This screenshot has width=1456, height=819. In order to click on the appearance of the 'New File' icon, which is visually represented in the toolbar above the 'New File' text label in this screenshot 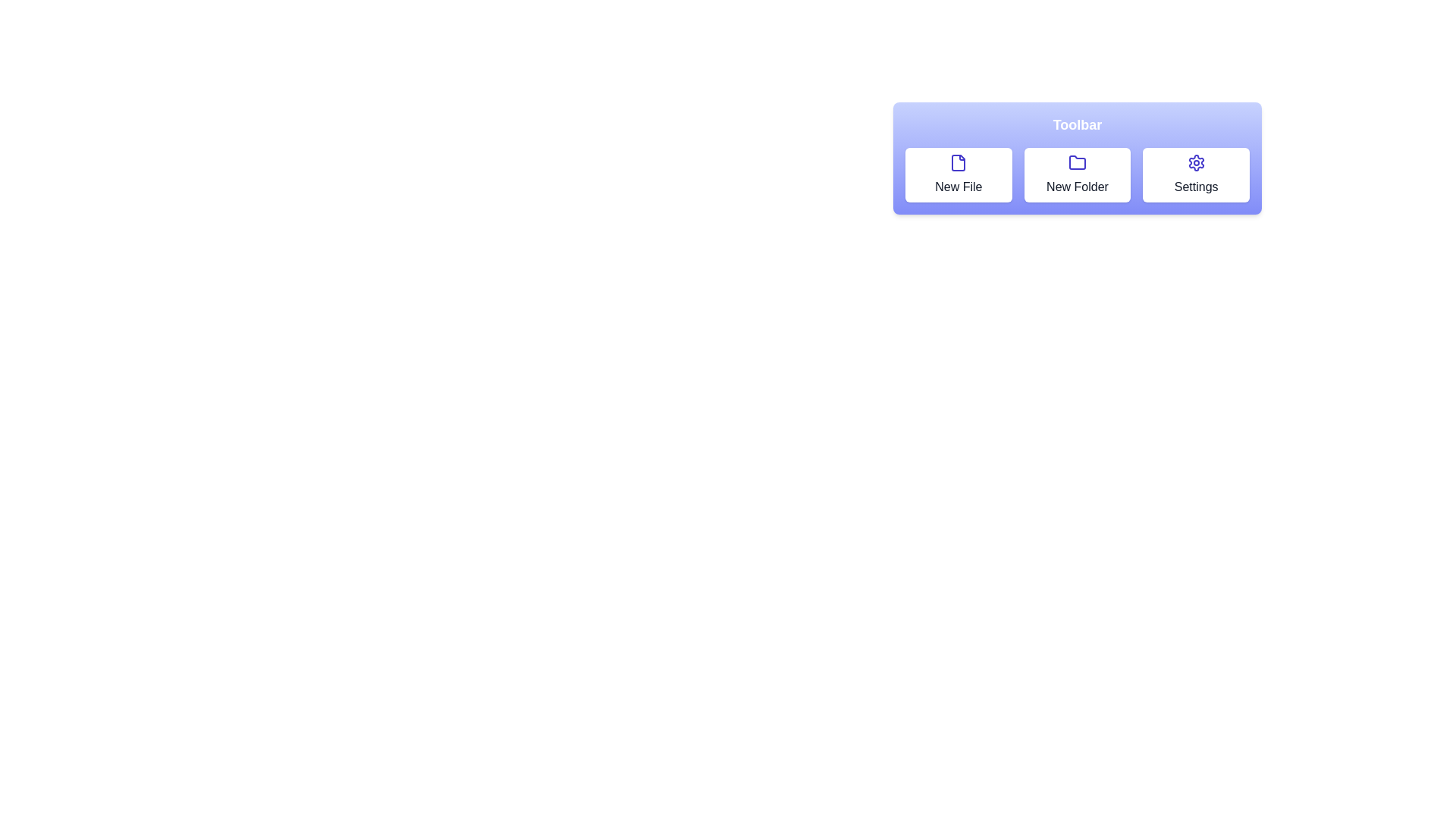, I will do `click(958, 163)`.